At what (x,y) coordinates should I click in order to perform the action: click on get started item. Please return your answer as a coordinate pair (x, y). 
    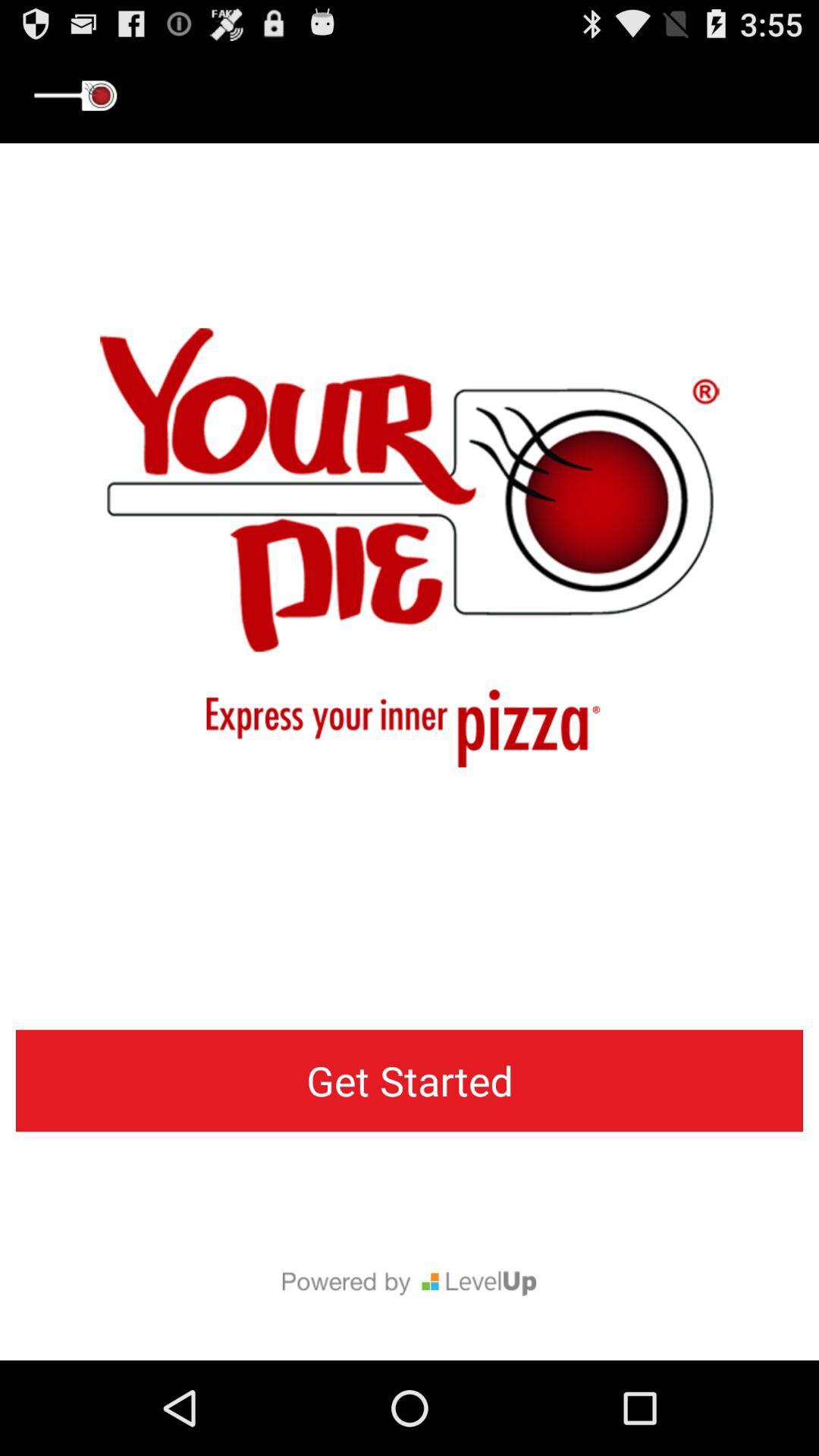
    Looking at the image, I should click on (409, 1080).